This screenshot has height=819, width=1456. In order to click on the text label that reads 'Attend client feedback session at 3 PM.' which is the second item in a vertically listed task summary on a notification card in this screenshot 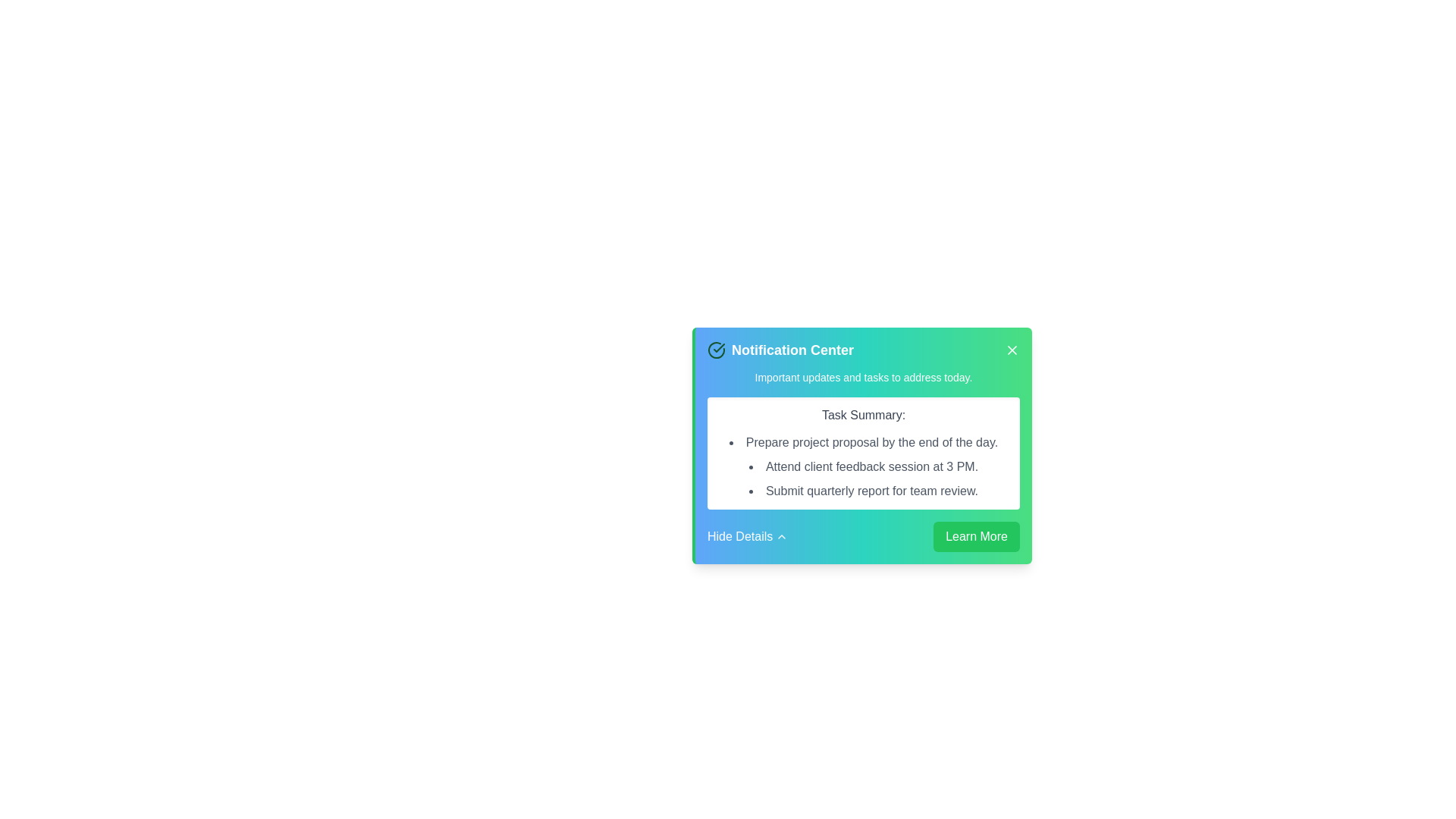, I will do `click(863, 466)`.